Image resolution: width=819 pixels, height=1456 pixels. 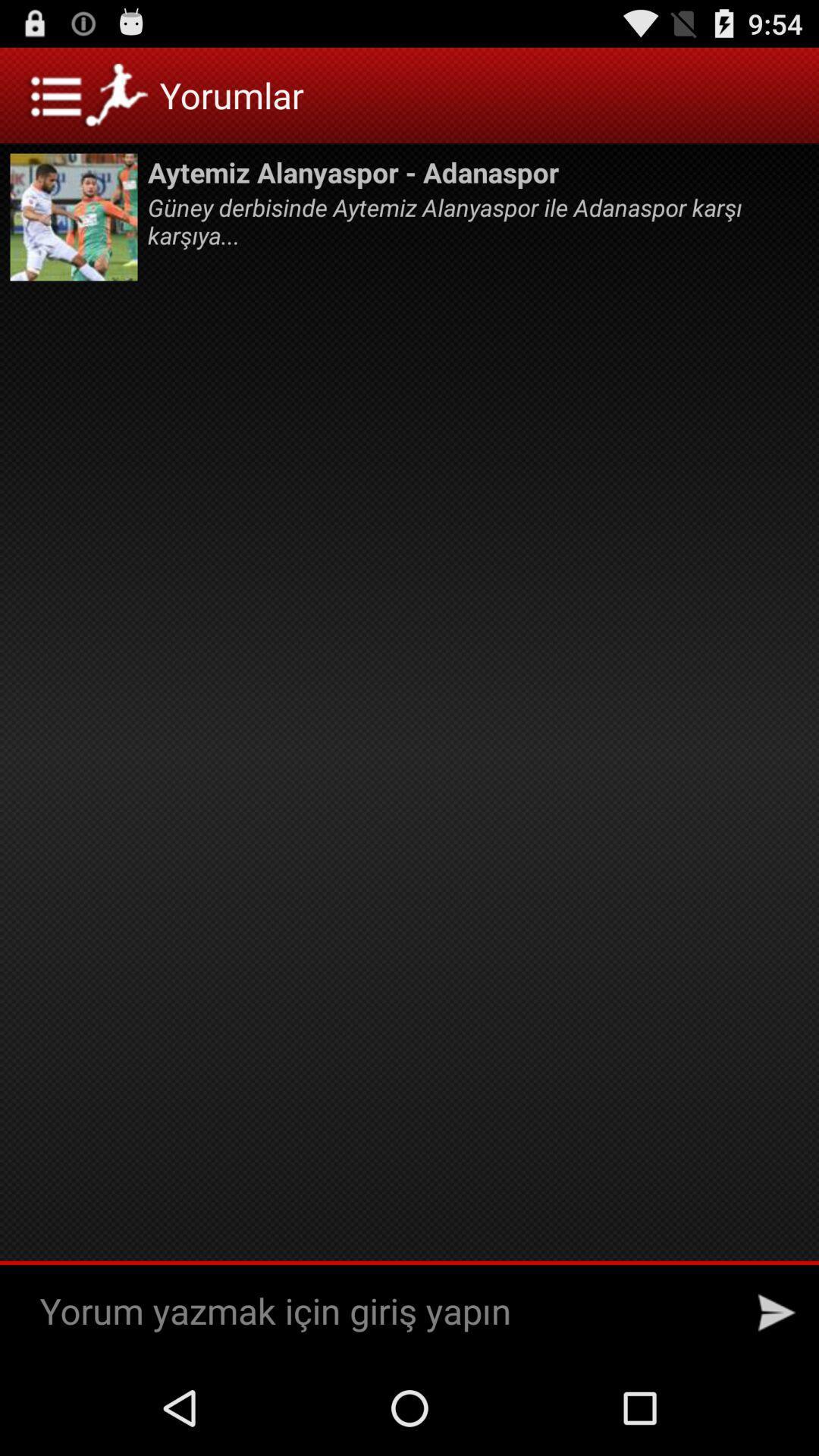 What do you see at coordinates (381, 1312) in the screenshot?
I see `a comment` at bounding box center [381, 1312].